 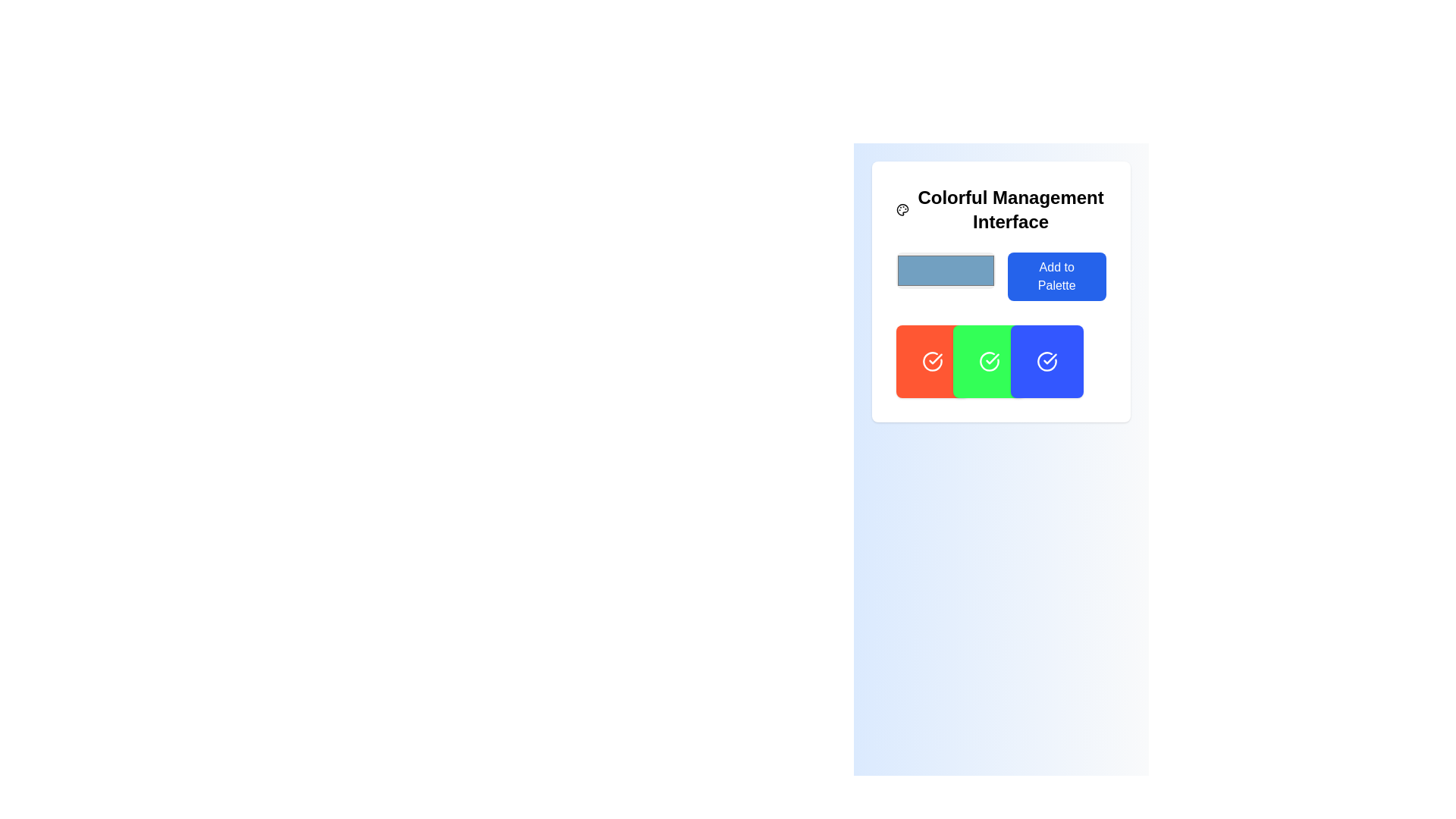 What do you see at coordinates (990, 362) in the screenshot?
I see `the confirmation button located in the second column of the bottom row in a grid of four elements` at bounding box center [990, 362].